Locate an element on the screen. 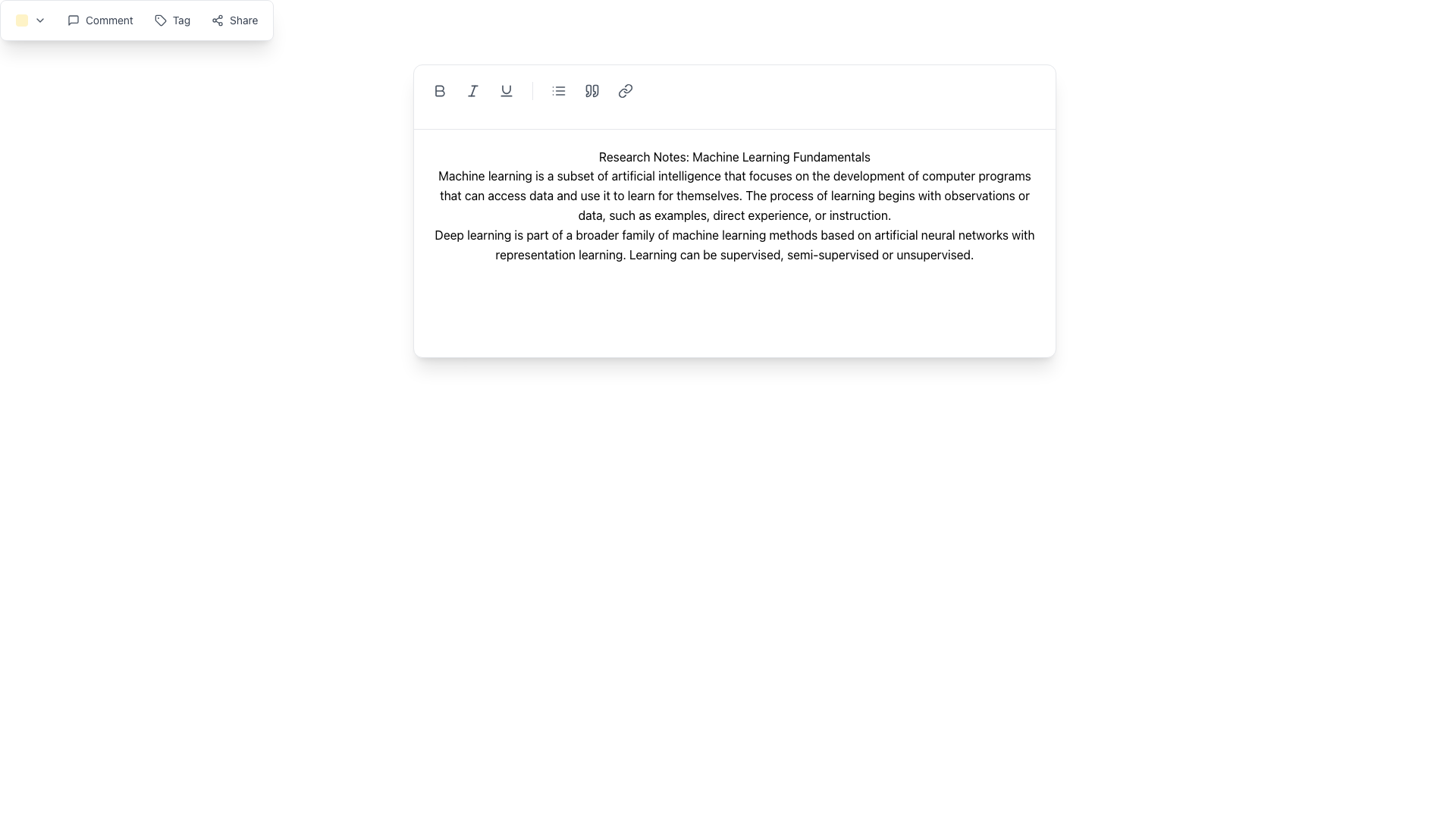 This screenshot has width=1456, height=819. the linking icon located at the upper right of the interface is located at coordinates (626, 90).